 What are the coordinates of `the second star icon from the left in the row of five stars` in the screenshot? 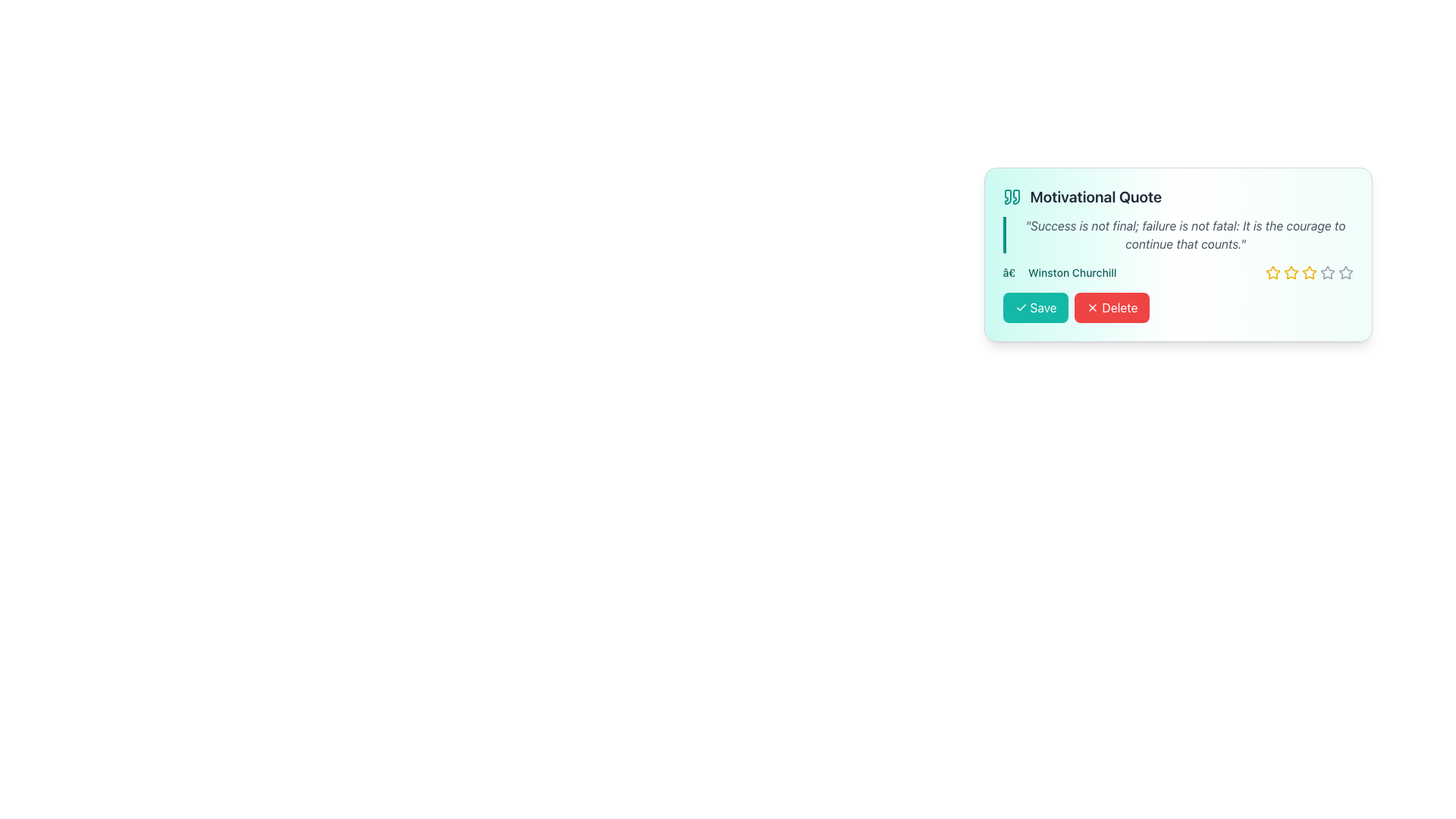 It's located at (1308, 271).